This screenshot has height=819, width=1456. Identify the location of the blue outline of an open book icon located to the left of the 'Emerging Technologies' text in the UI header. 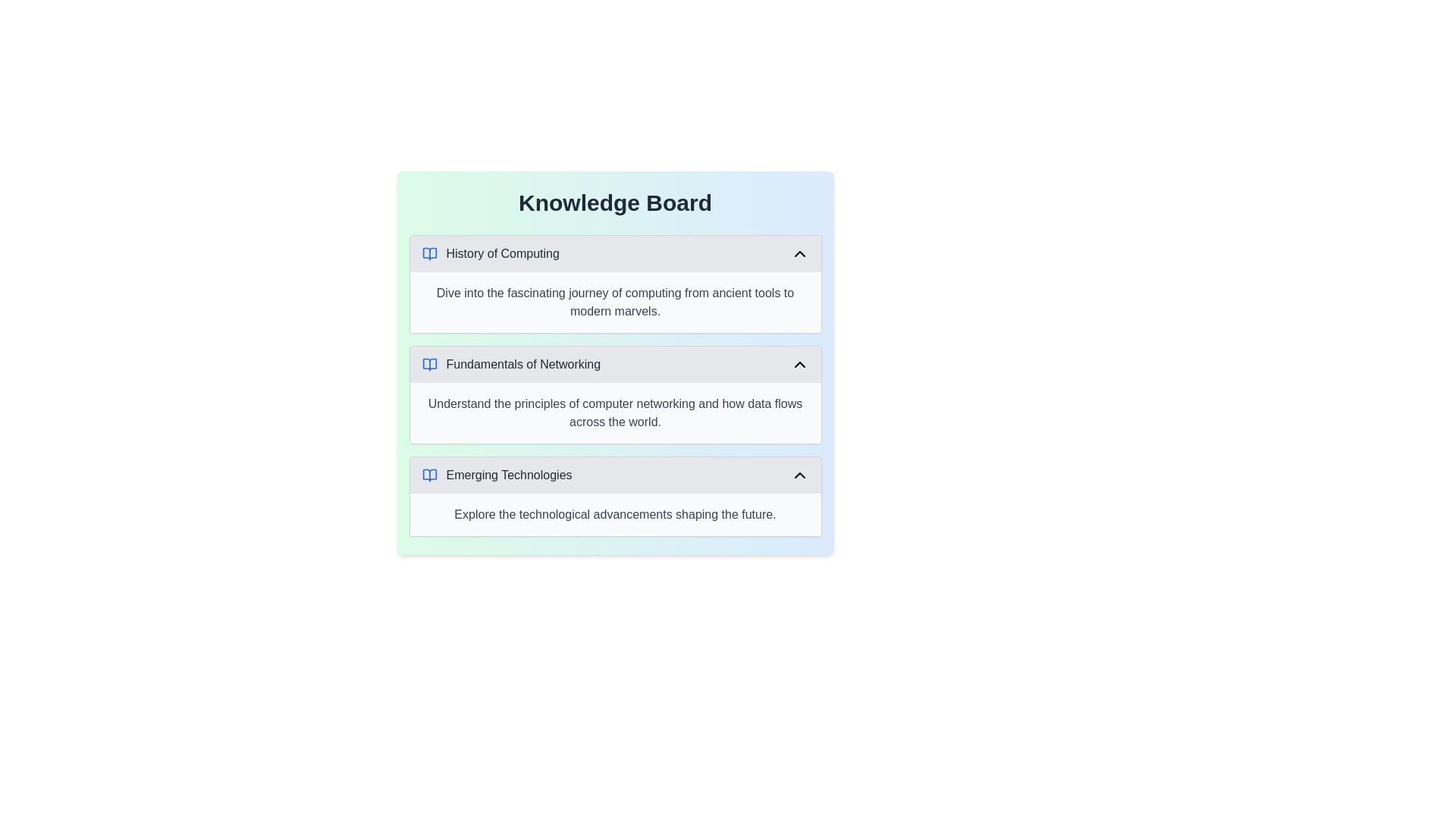
(428, 475).